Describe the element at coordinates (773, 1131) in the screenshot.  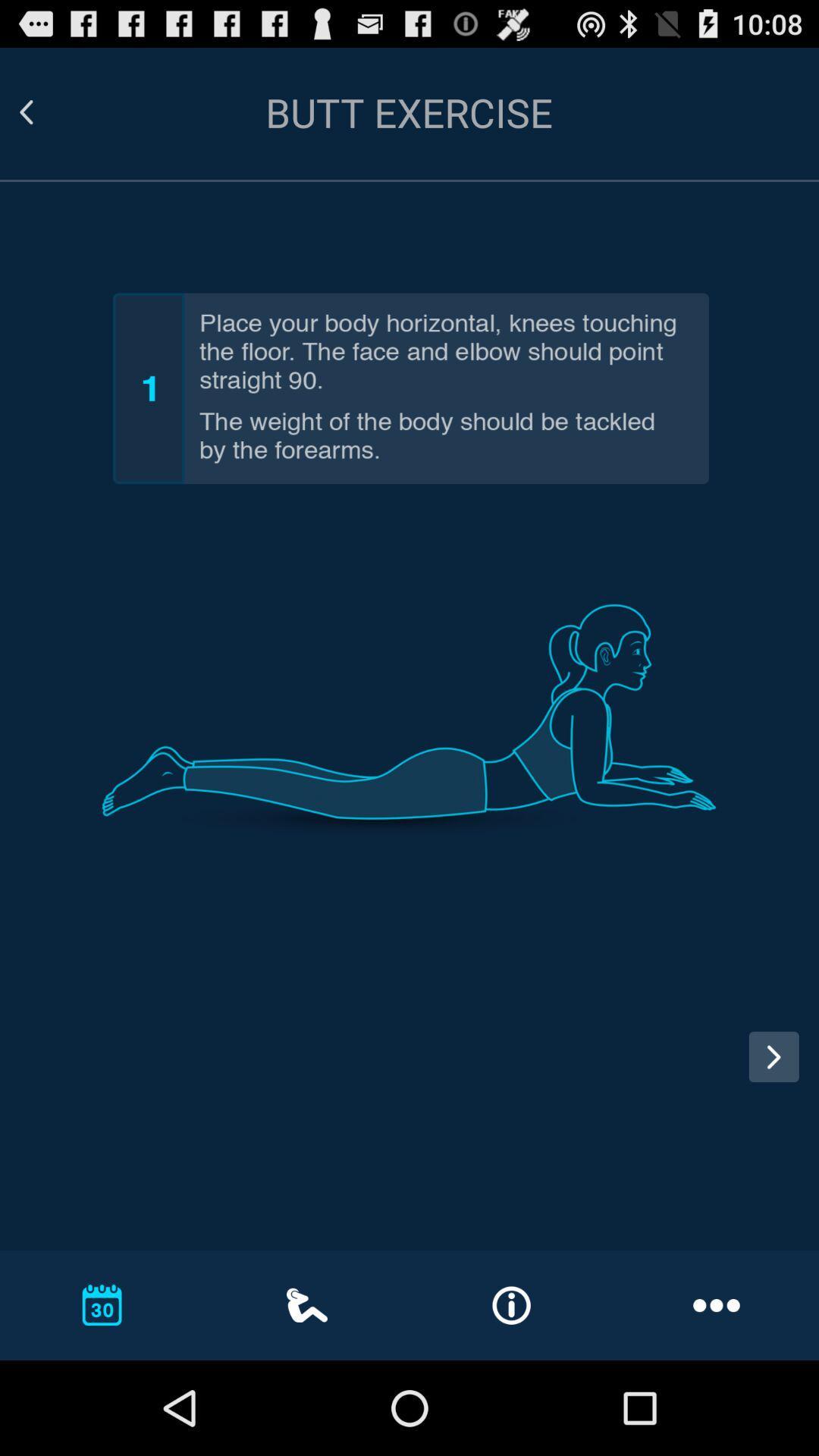
I see `the arrow_forward icon` at that location.